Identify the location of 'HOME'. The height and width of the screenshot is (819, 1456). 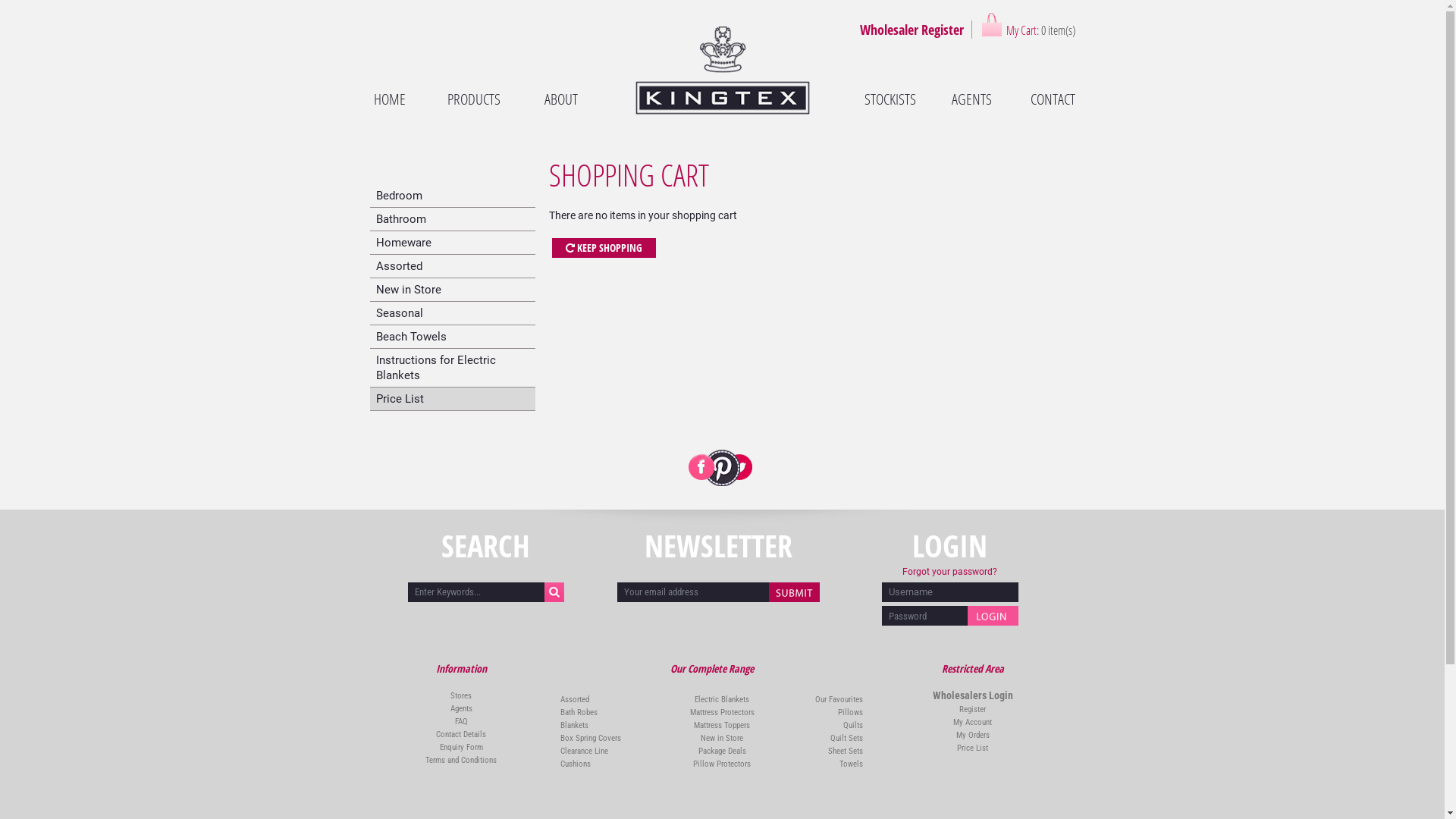
(370, 99).